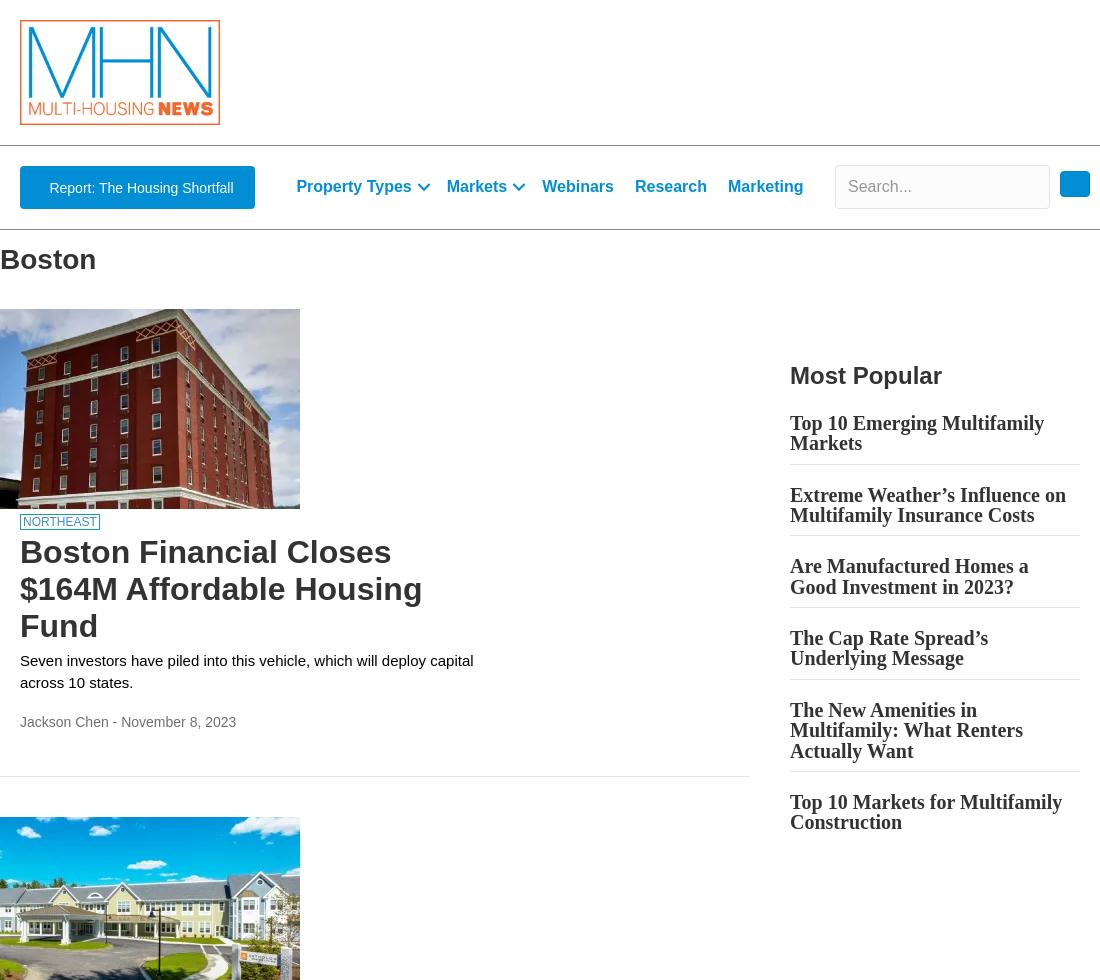 Image resolution: width=1100 pixels, height=980 pixels. I want to click on 'Research', so click(634, 186).